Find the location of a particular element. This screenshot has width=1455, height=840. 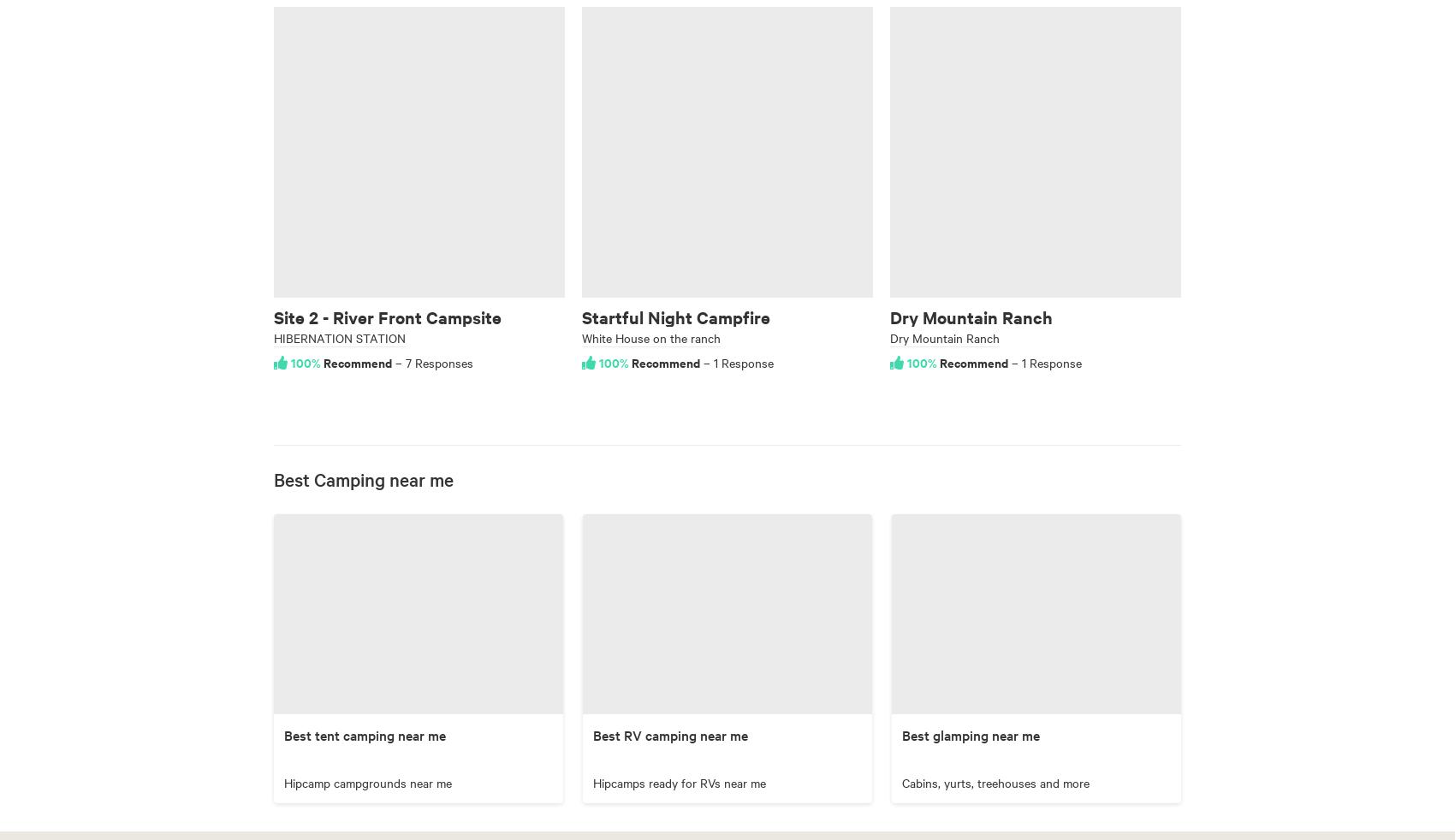

'Startful Night Campfire' is located at coordinates (674, 316).